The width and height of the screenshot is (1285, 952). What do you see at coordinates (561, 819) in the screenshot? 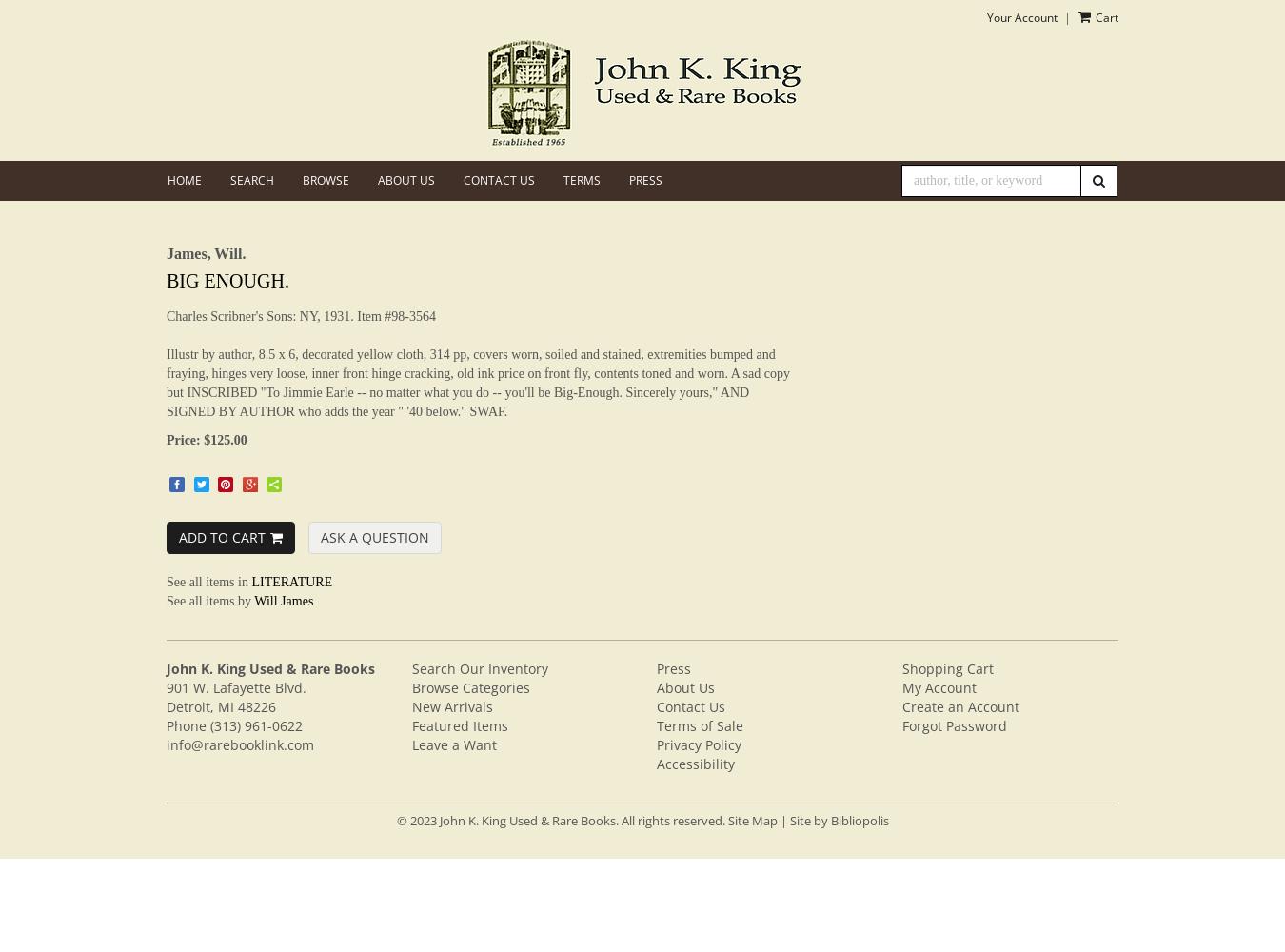
I see `'© 2023 John K. King Used & Rare Books.  All rights reserved.'` at bounding box center [561, 819].